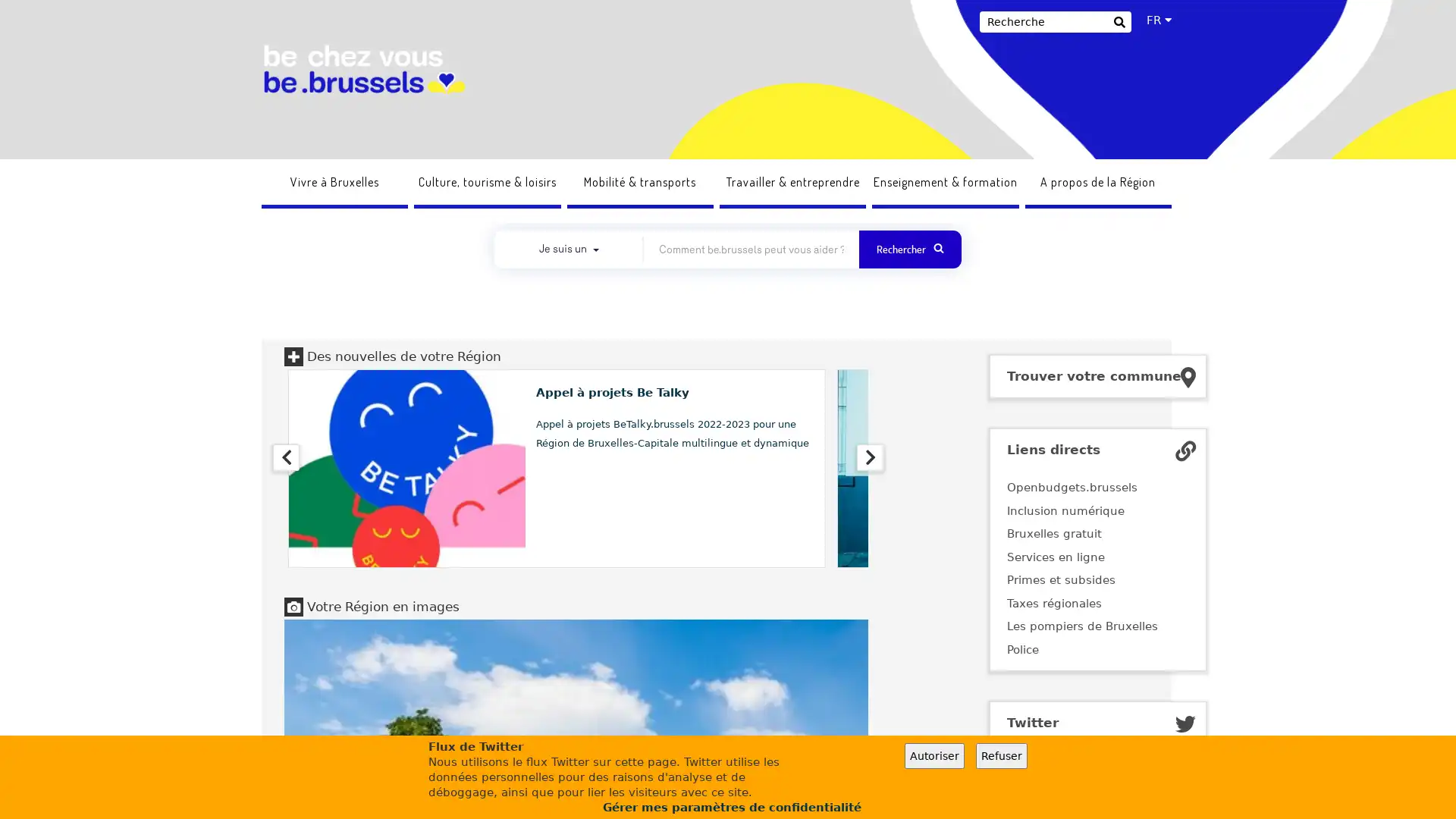  I want to click on Refuser, so click(1001, 755).